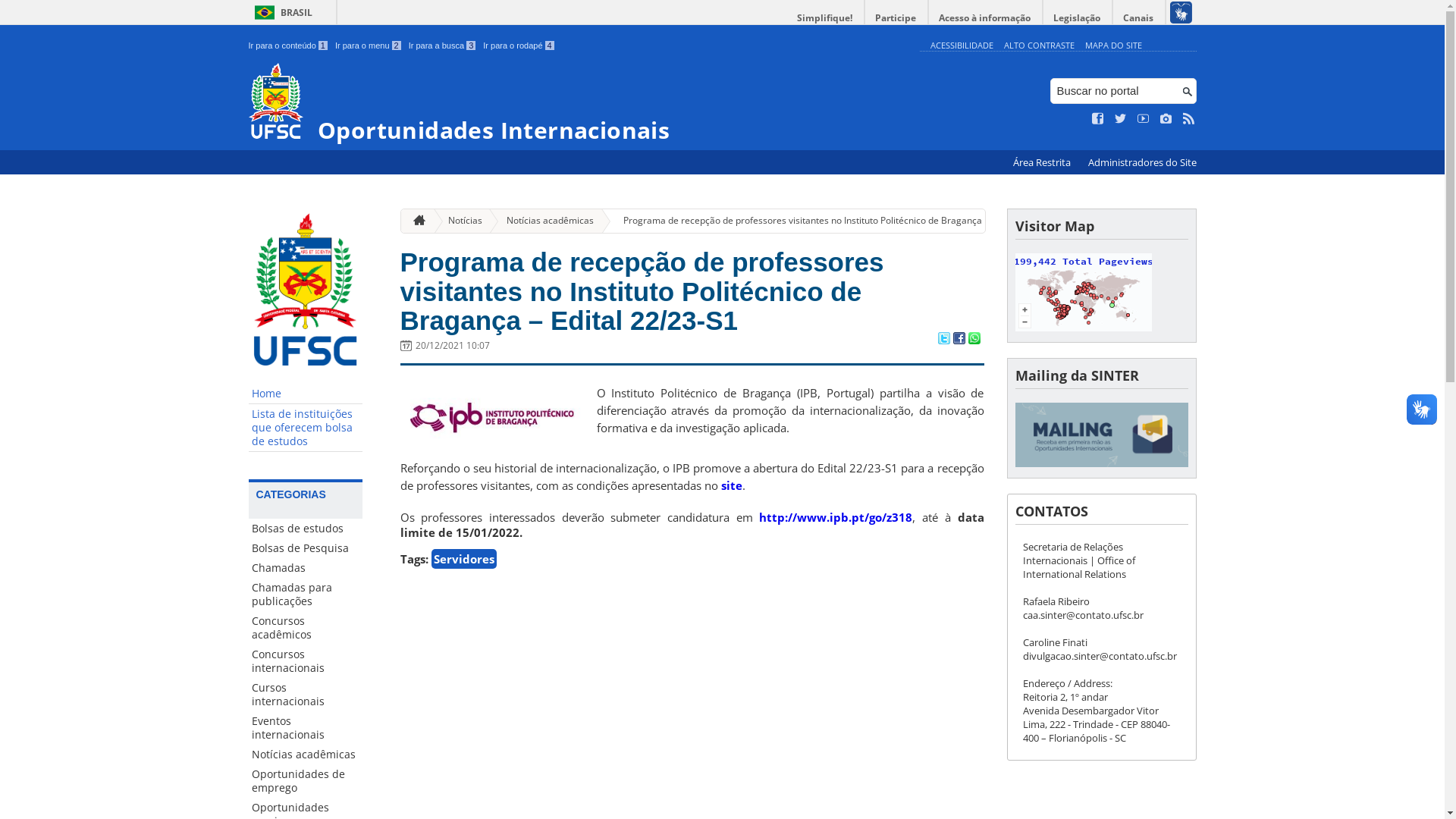  Describe the element at coordinates (1098, 118) in the screenshot. I see `'Curta no Facebook'` at that location.